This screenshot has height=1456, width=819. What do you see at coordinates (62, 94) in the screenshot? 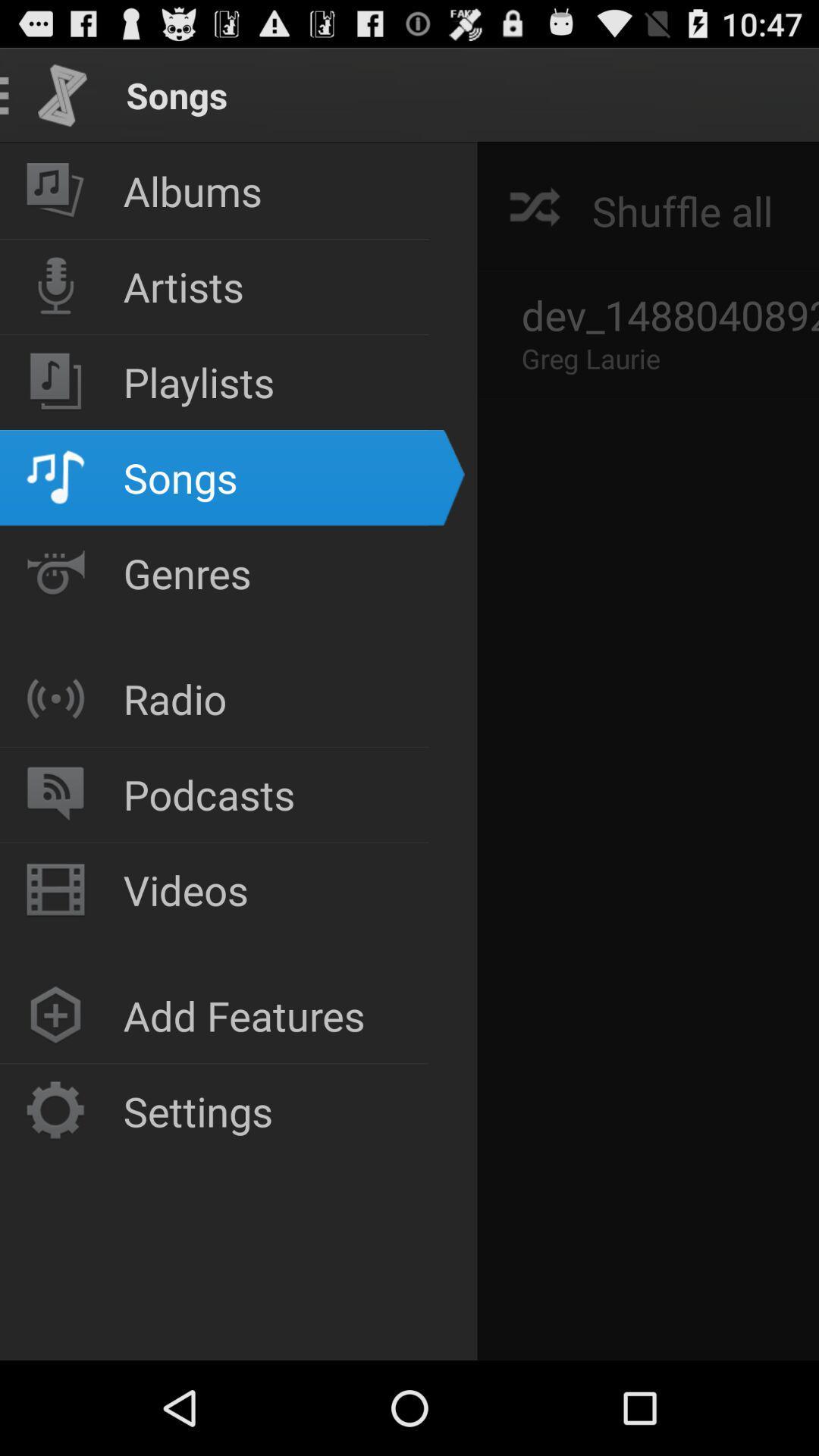
I see `the 1st icon left to the word songs` at bounding box center [62, 94].